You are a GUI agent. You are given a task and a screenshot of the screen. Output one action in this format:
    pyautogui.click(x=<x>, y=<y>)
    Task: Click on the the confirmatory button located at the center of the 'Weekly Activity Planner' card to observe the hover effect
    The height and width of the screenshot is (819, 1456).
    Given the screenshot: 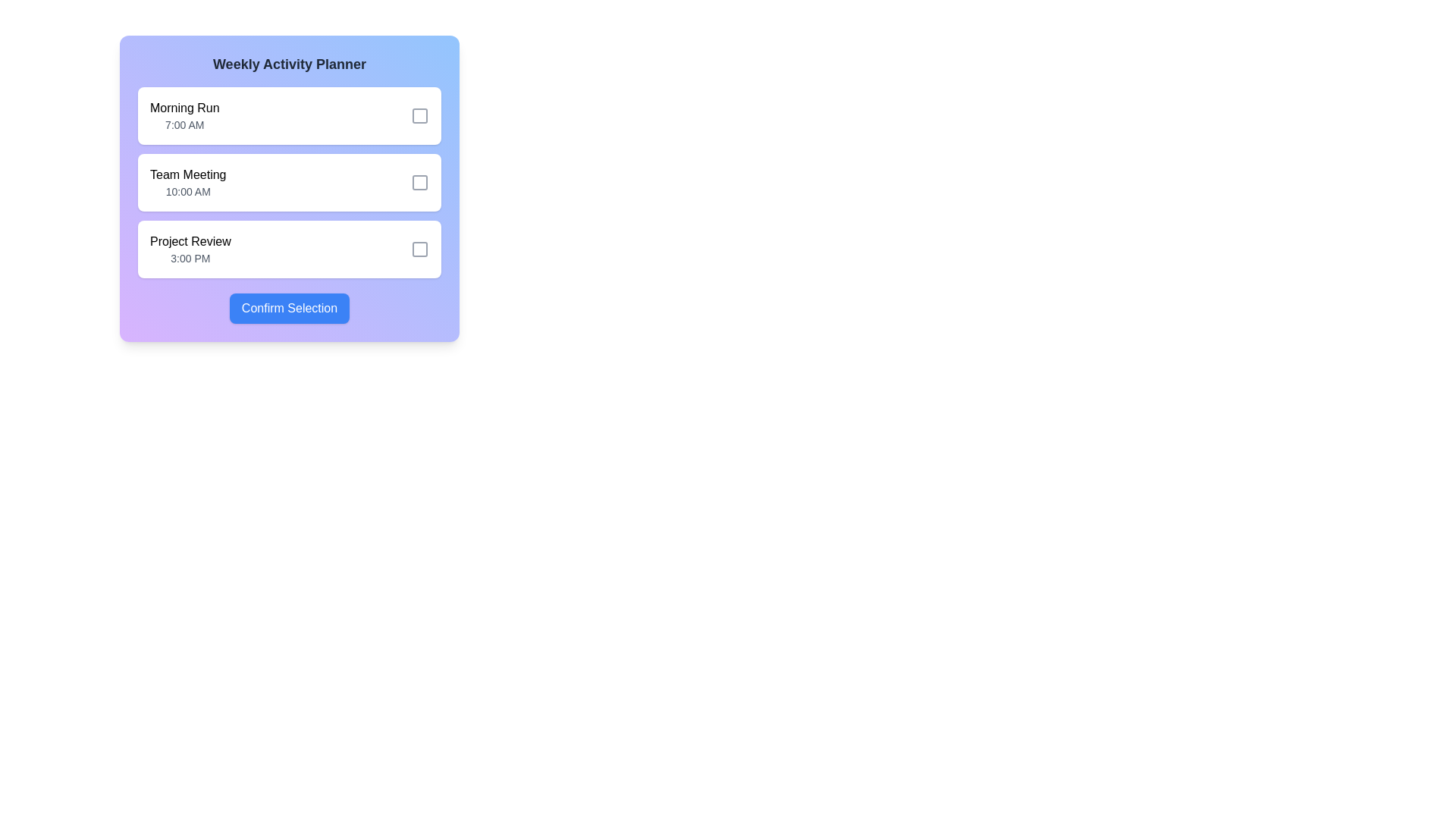 What is the action you would take?
    pyautogui.click(x=290, y=308)
    